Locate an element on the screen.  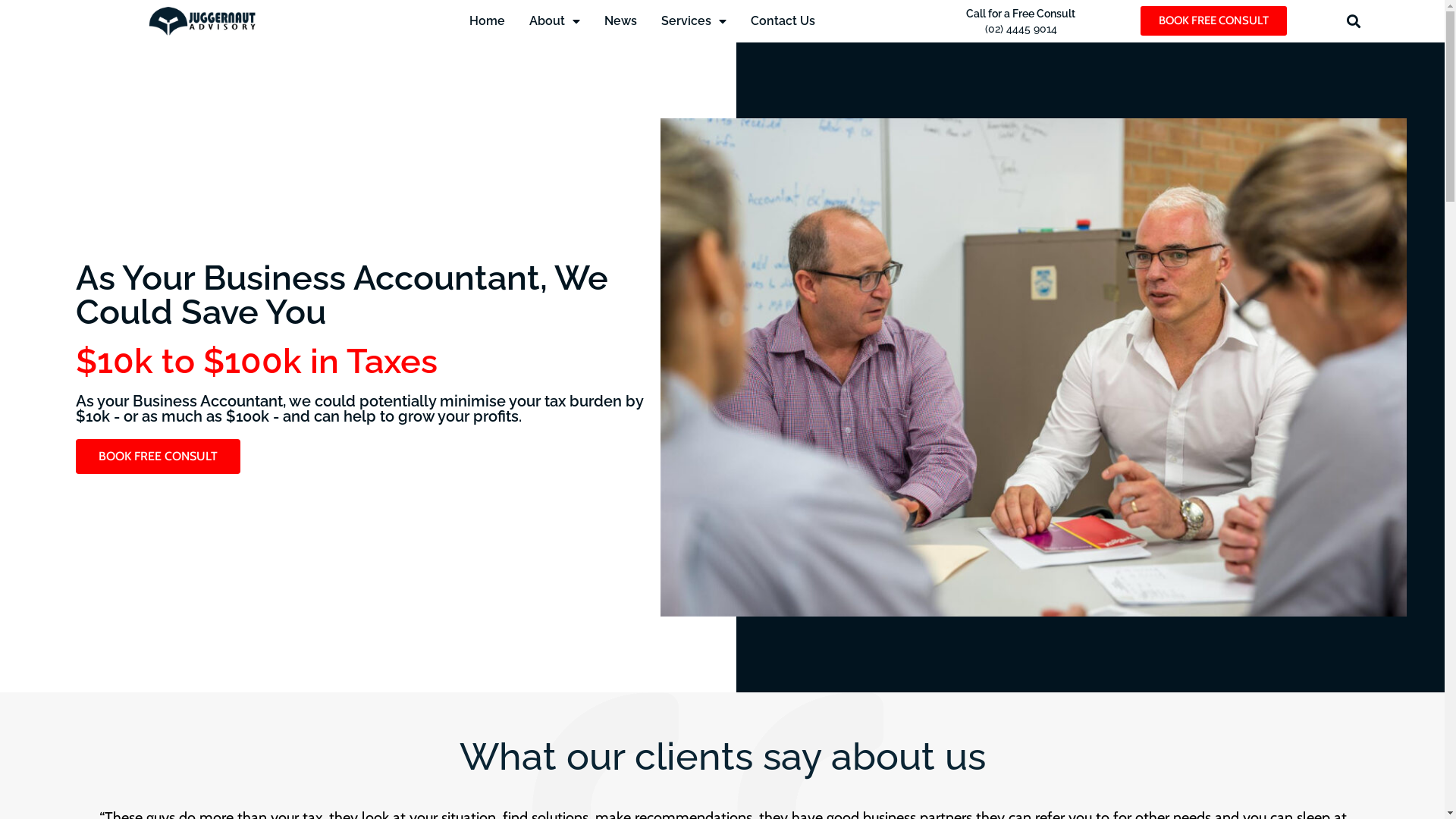
'News' is located at coordinates (620, 20).